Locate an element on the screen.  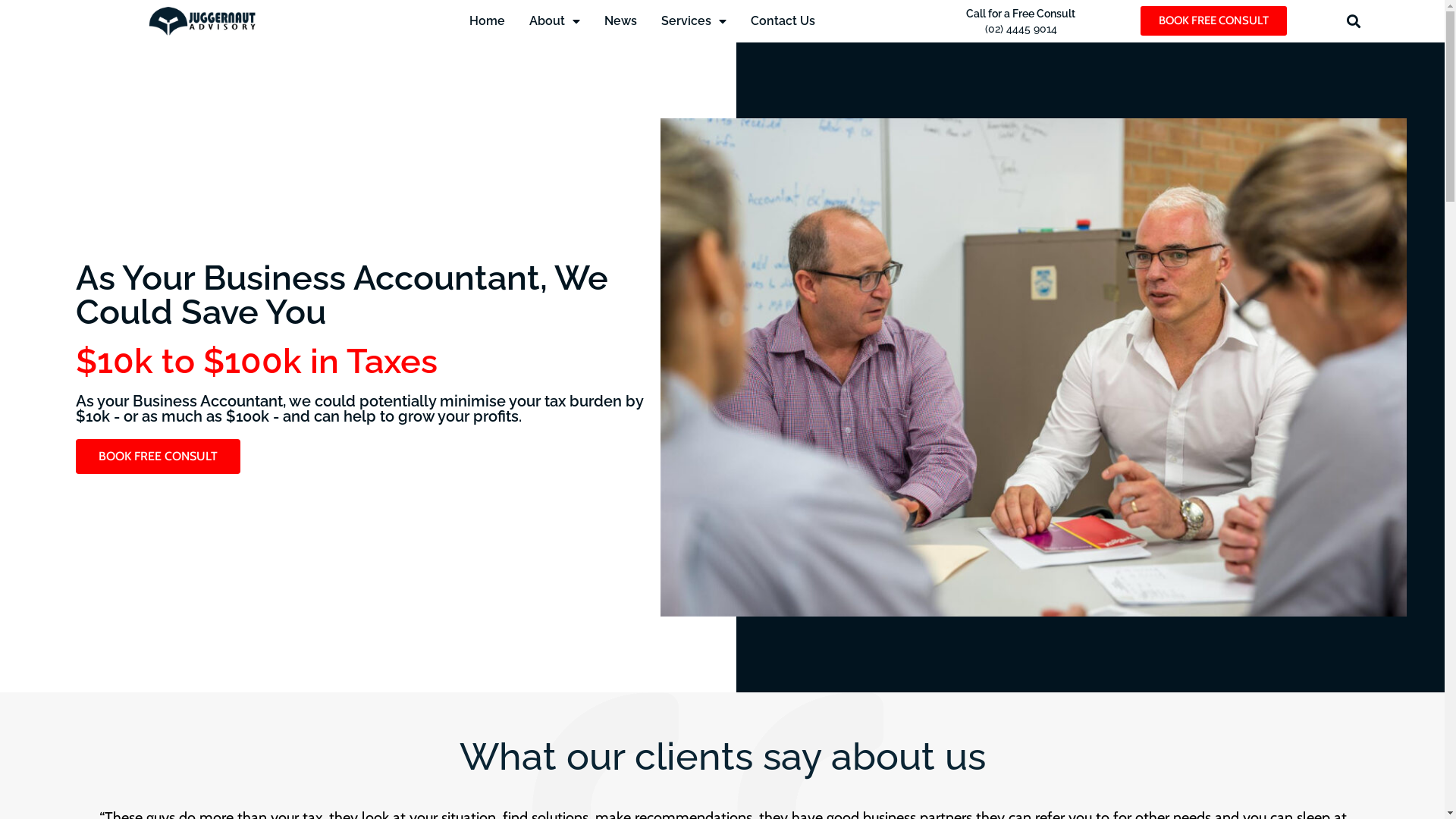
'News' is located at coordinates (620, 20).